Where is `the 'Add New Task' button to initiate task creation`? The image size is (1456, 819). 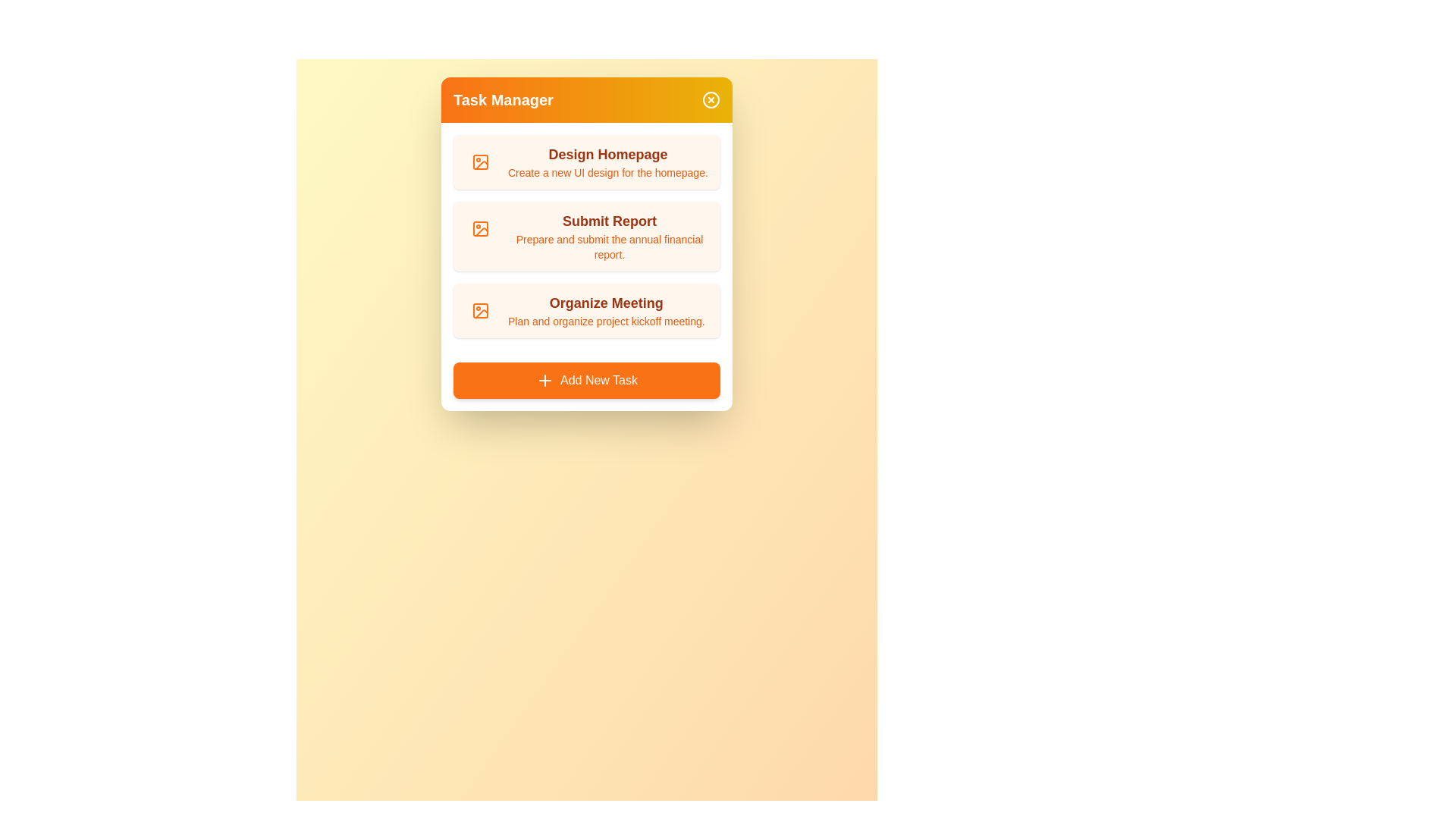 the 'Add New Task' button to initiate task creation is located at coordinates (585, 379).